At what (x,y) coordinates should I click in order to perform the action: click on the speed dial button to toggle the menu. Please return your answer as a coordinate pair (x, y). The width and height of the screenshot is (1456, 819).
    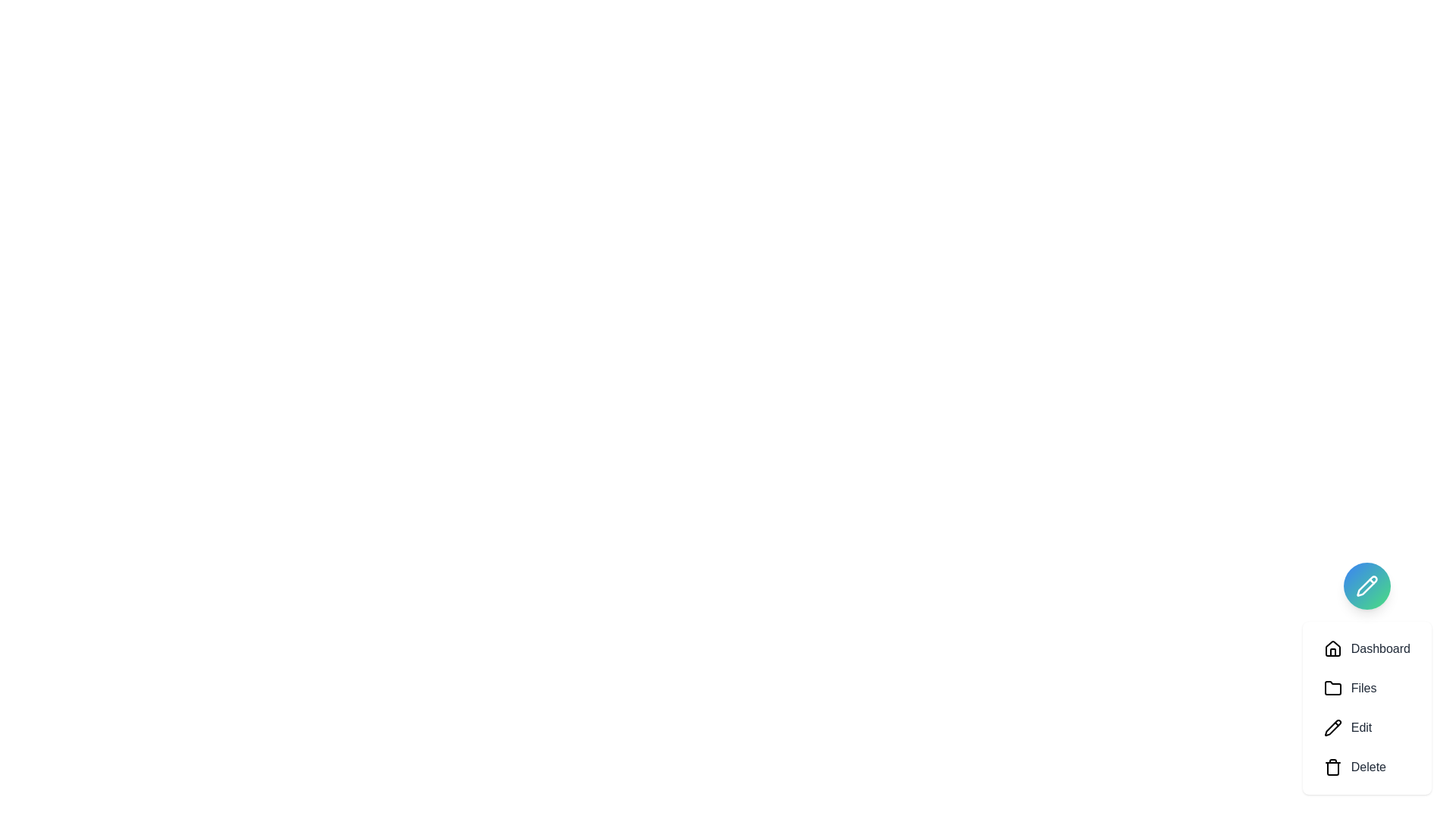
    Looking at the image, I should click on (1366, 585).